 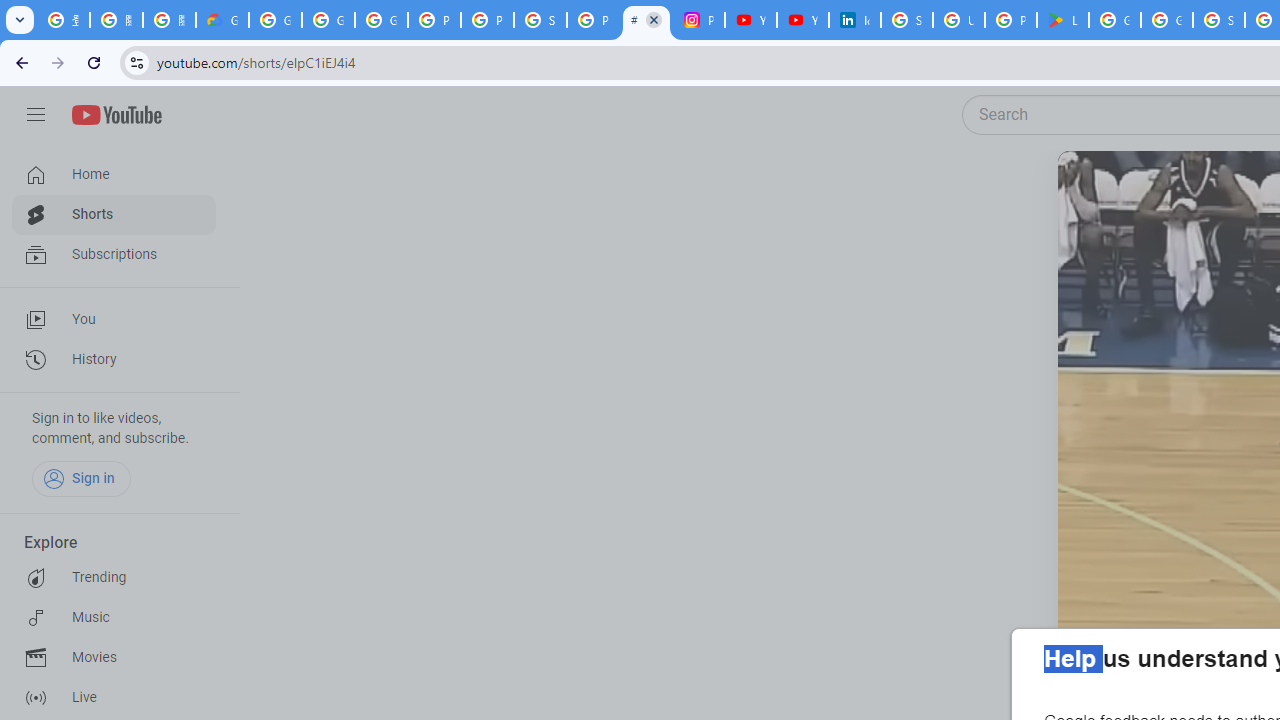 I want to click on 'Play (k)', so click(x=1096, y=191).